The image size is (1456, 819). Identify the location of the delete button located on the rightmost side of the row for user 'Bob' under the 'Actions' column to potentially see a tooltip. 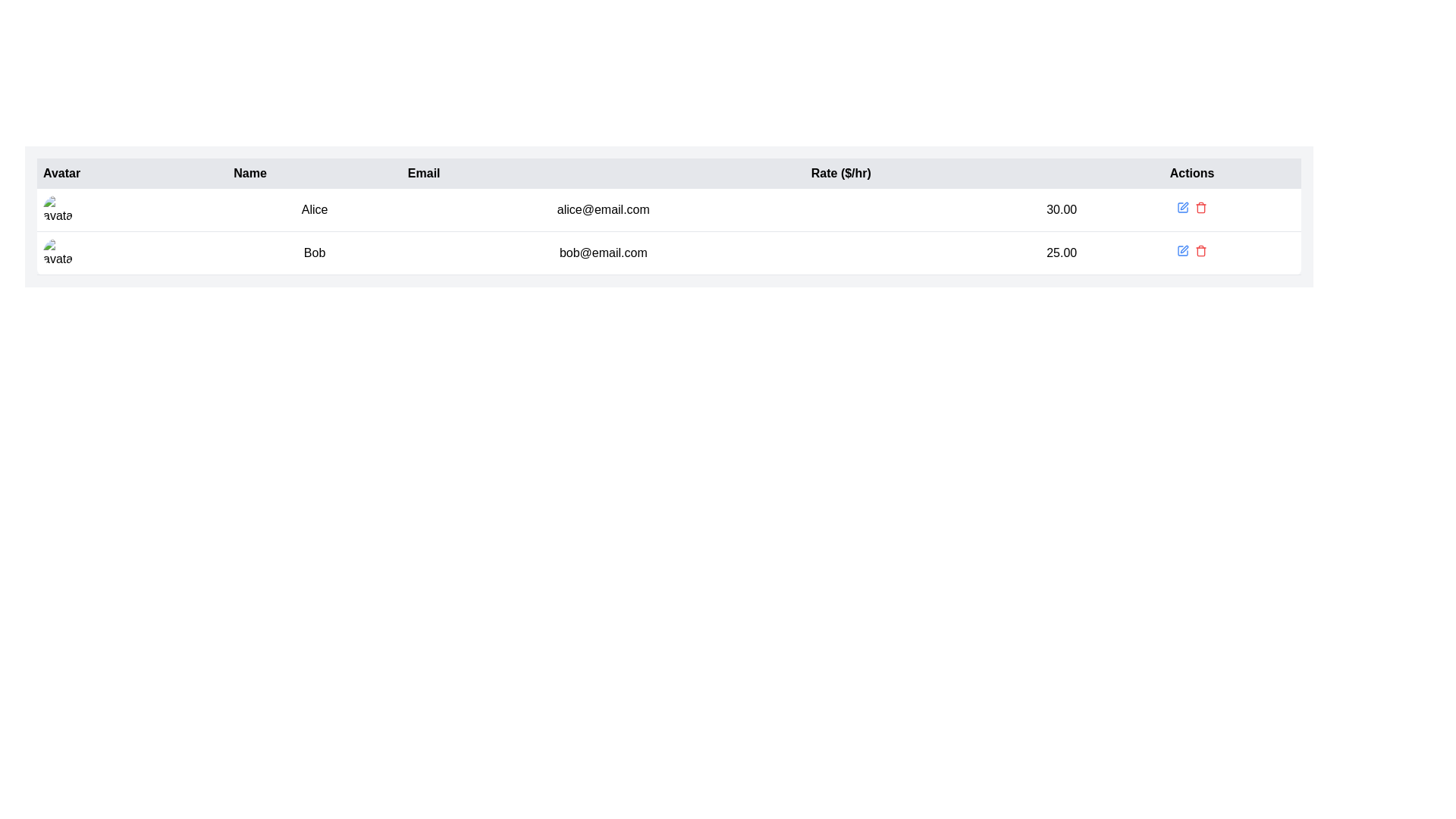
(1200, 250).